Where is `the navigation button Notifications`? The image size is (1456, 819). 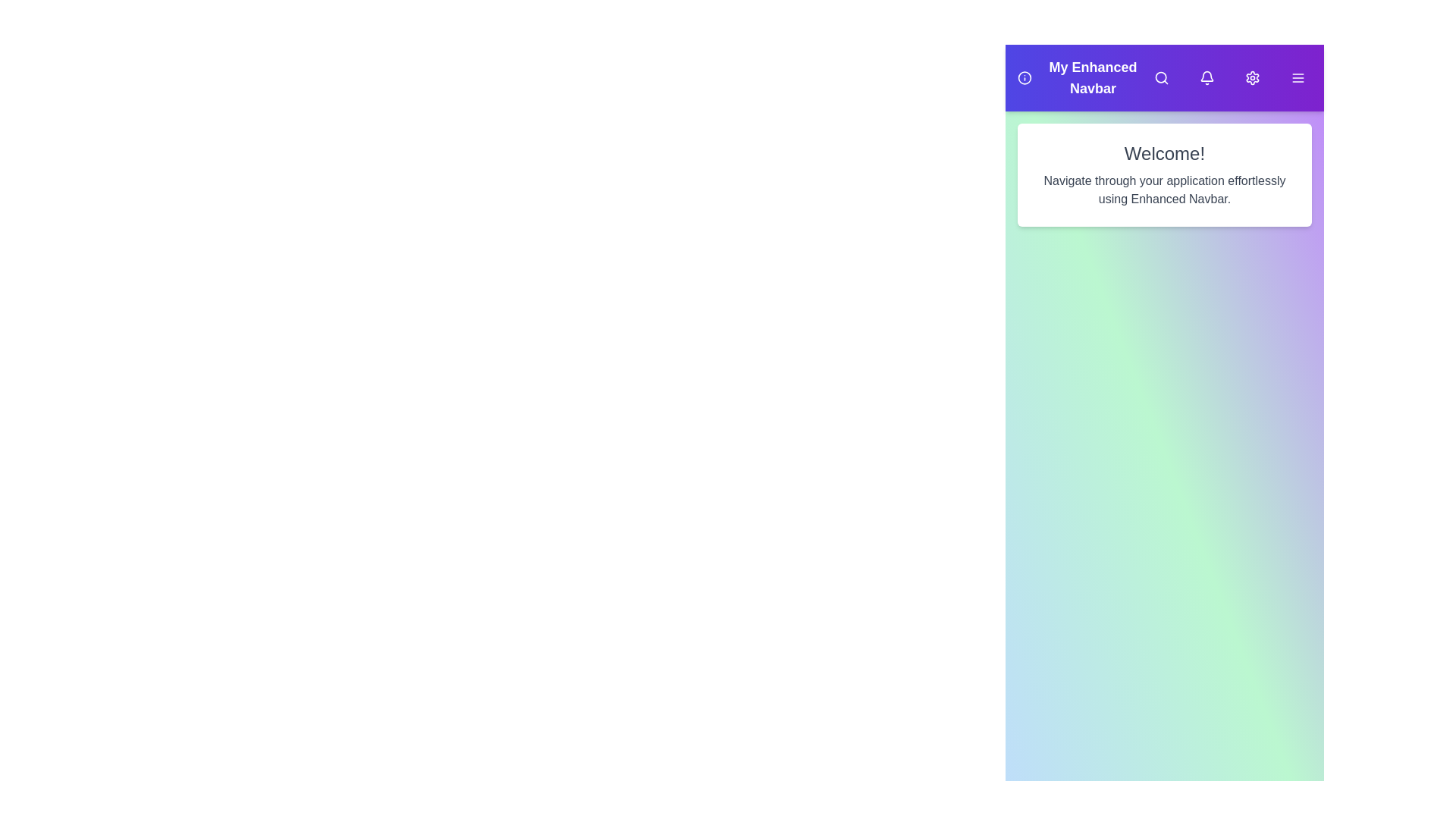 the navigation button Notifications is located at coordinates (1207, 78).